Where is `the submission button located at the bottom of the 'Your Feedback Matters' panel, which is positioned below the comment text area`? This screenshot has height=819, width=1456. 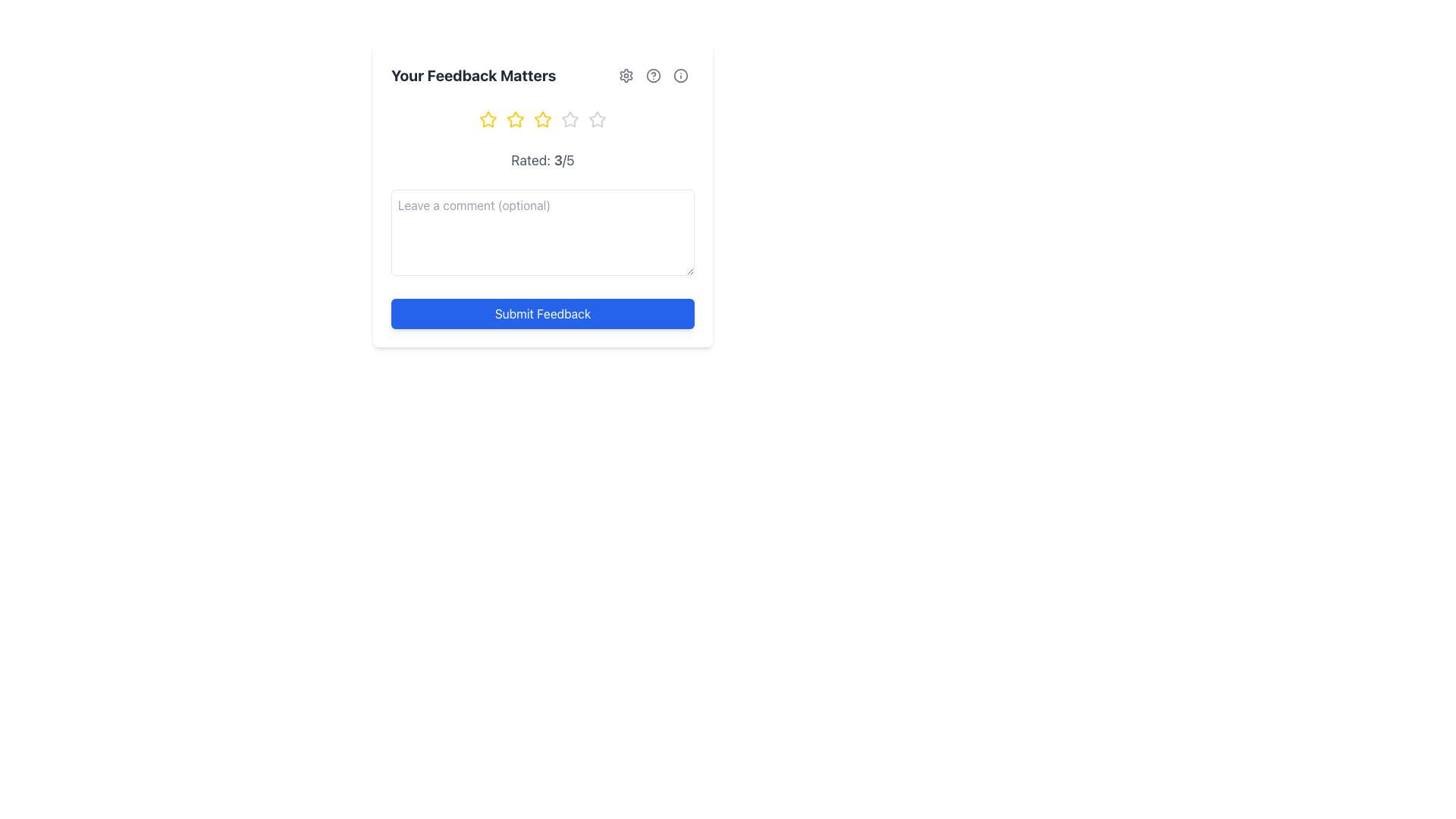
the submission button located at the bottom of the 'Your Feedback Matters' panel, which is positioned below the comment text area is located at coordinates (542, 312).